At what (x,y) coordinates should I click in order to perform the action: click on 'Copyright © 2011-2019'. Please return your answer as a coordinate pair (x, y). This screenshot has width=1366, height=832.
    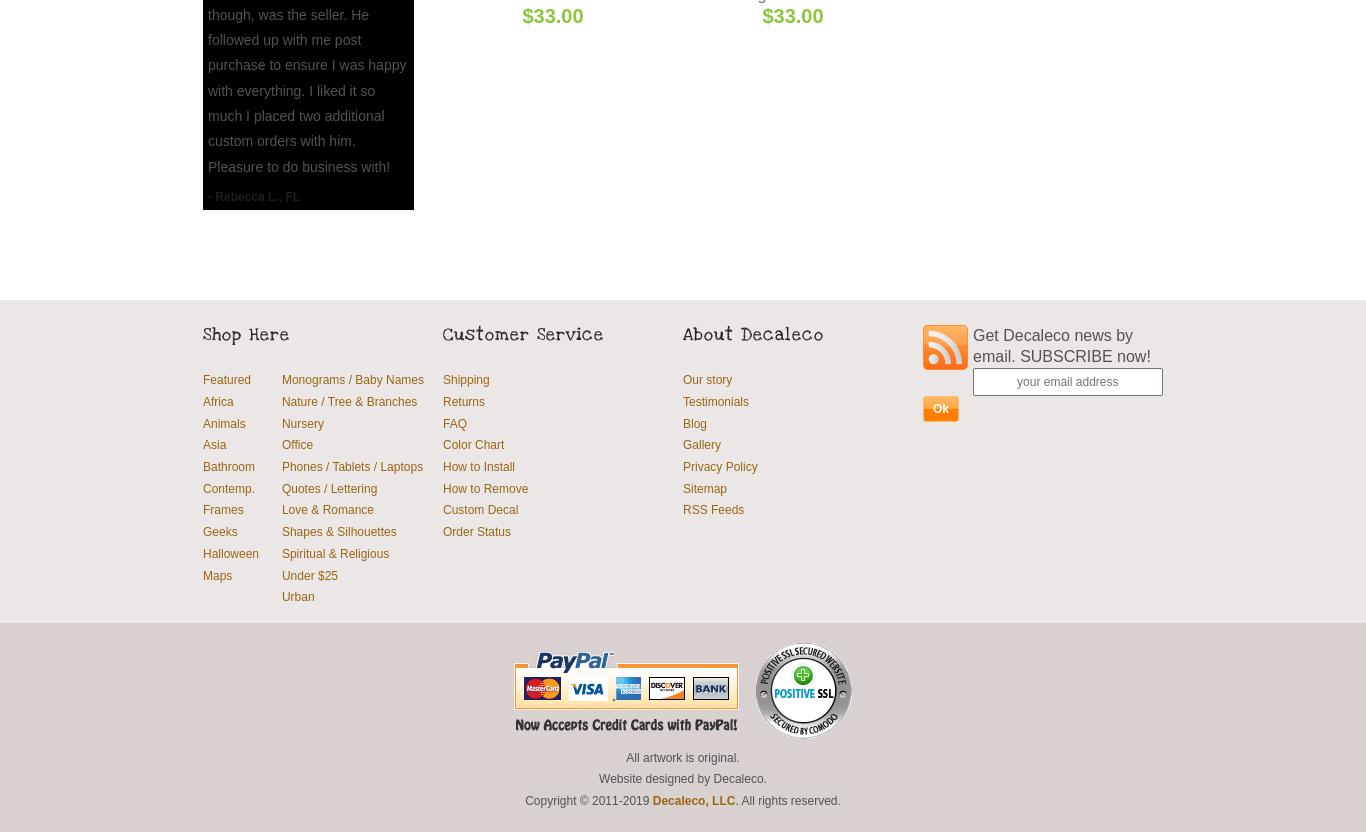
    Looking at the image, I should click on (524, 798).